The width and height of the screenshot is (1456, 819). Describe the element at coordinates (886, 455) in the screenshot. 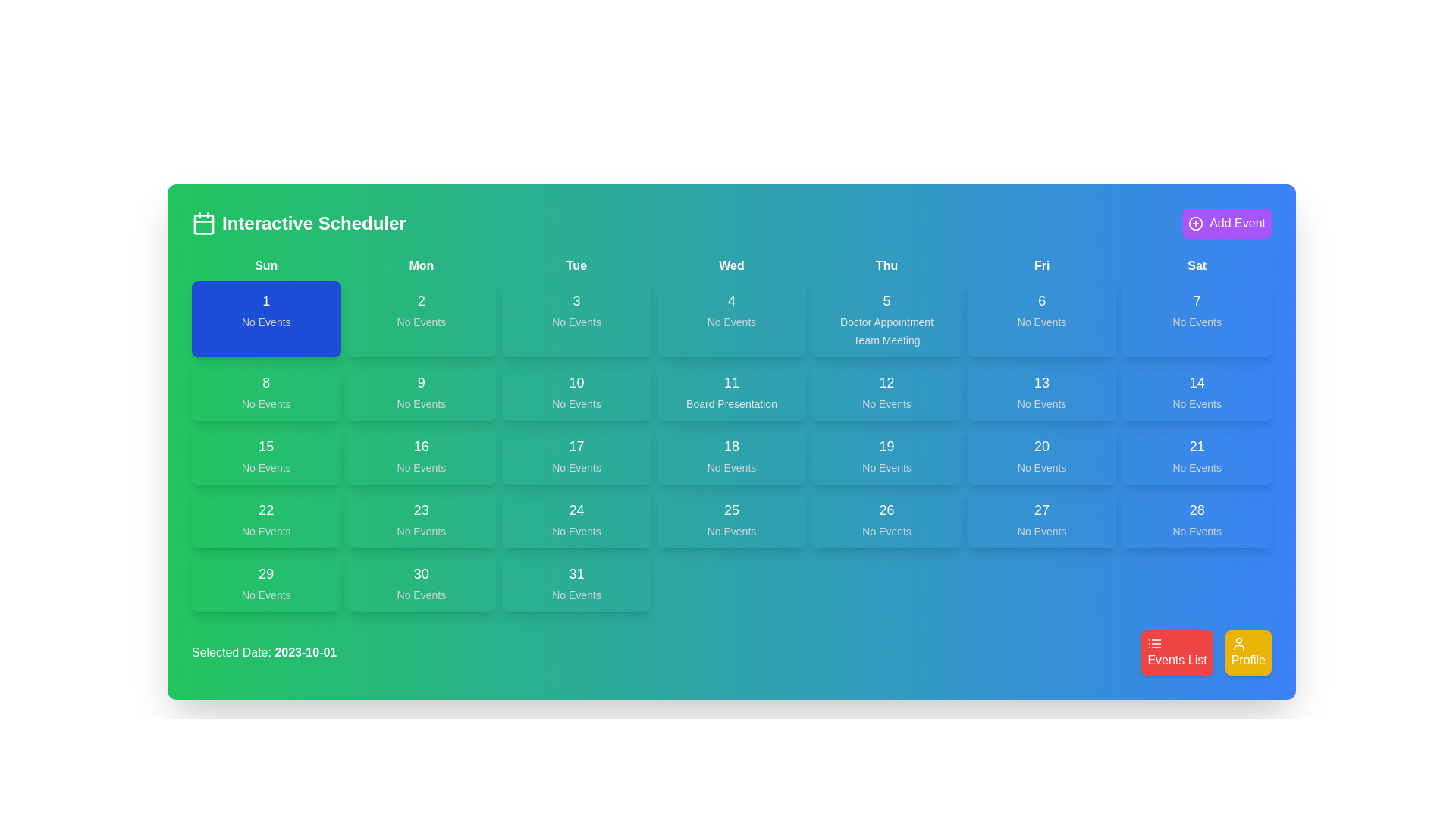

I see `the light blue rectangular card displaying '19' and 'No Events' located` at that location.